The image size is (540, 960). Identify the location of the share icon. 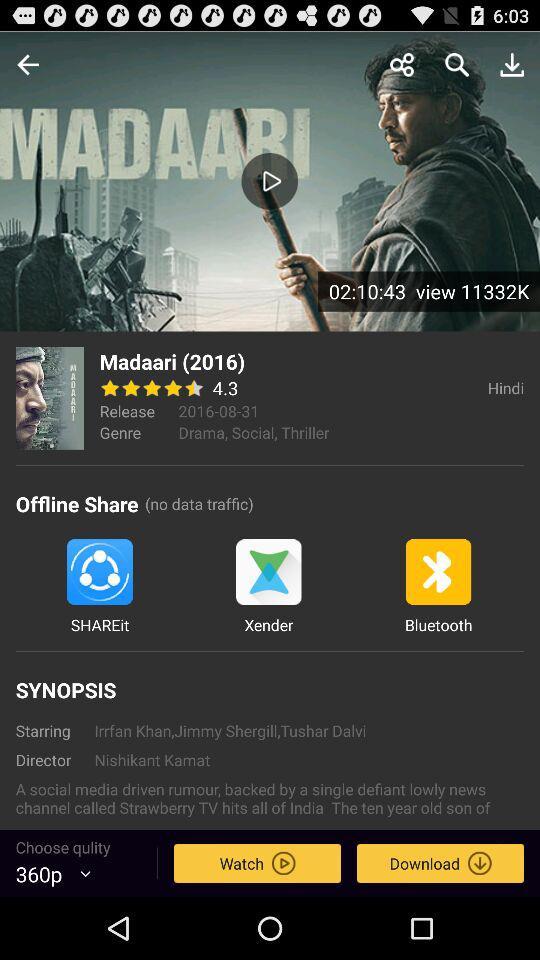
(401, 69).